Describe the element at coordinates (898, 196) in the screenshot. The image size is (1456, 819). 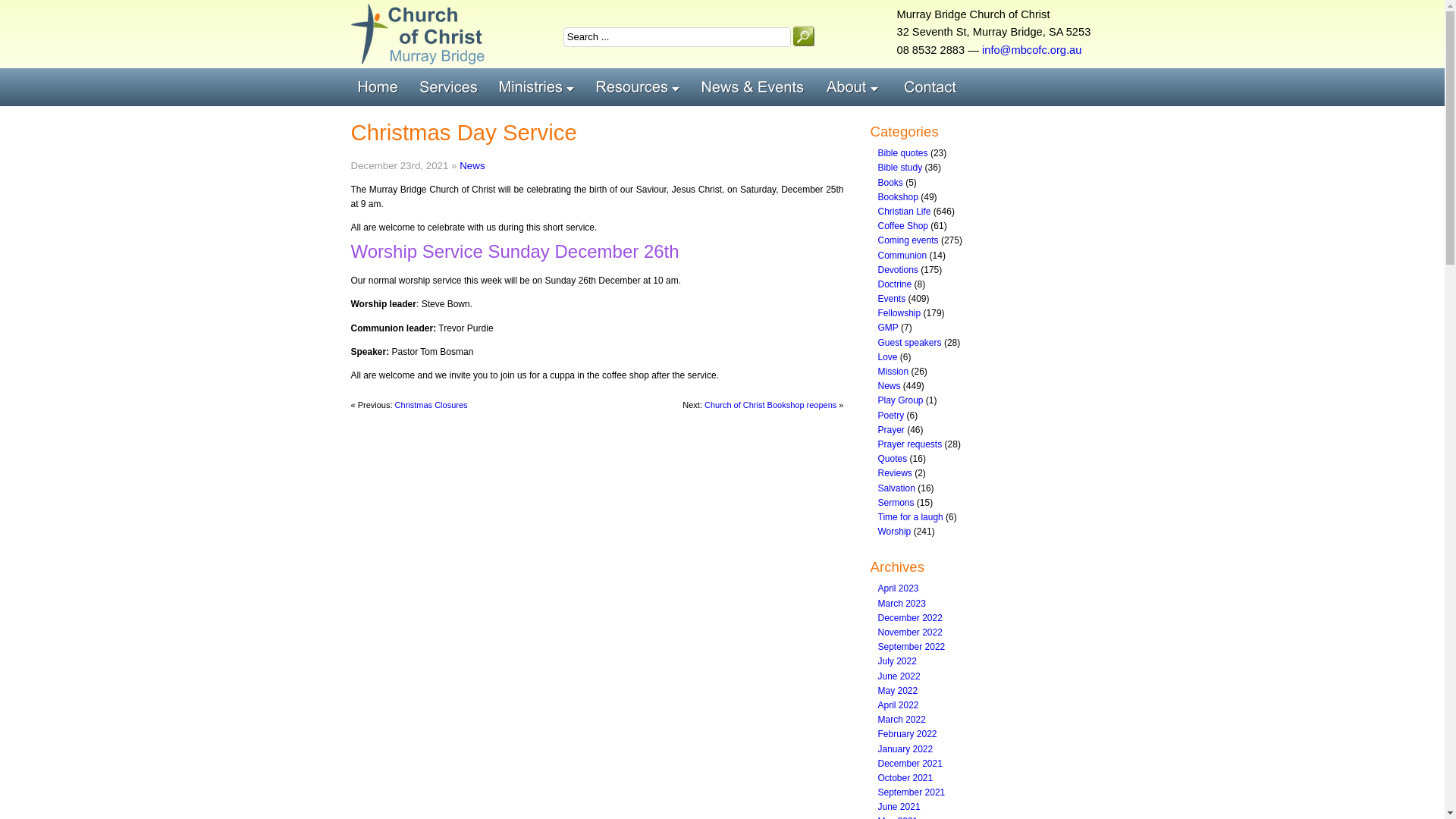
I see `'Bookshop'` at that location.